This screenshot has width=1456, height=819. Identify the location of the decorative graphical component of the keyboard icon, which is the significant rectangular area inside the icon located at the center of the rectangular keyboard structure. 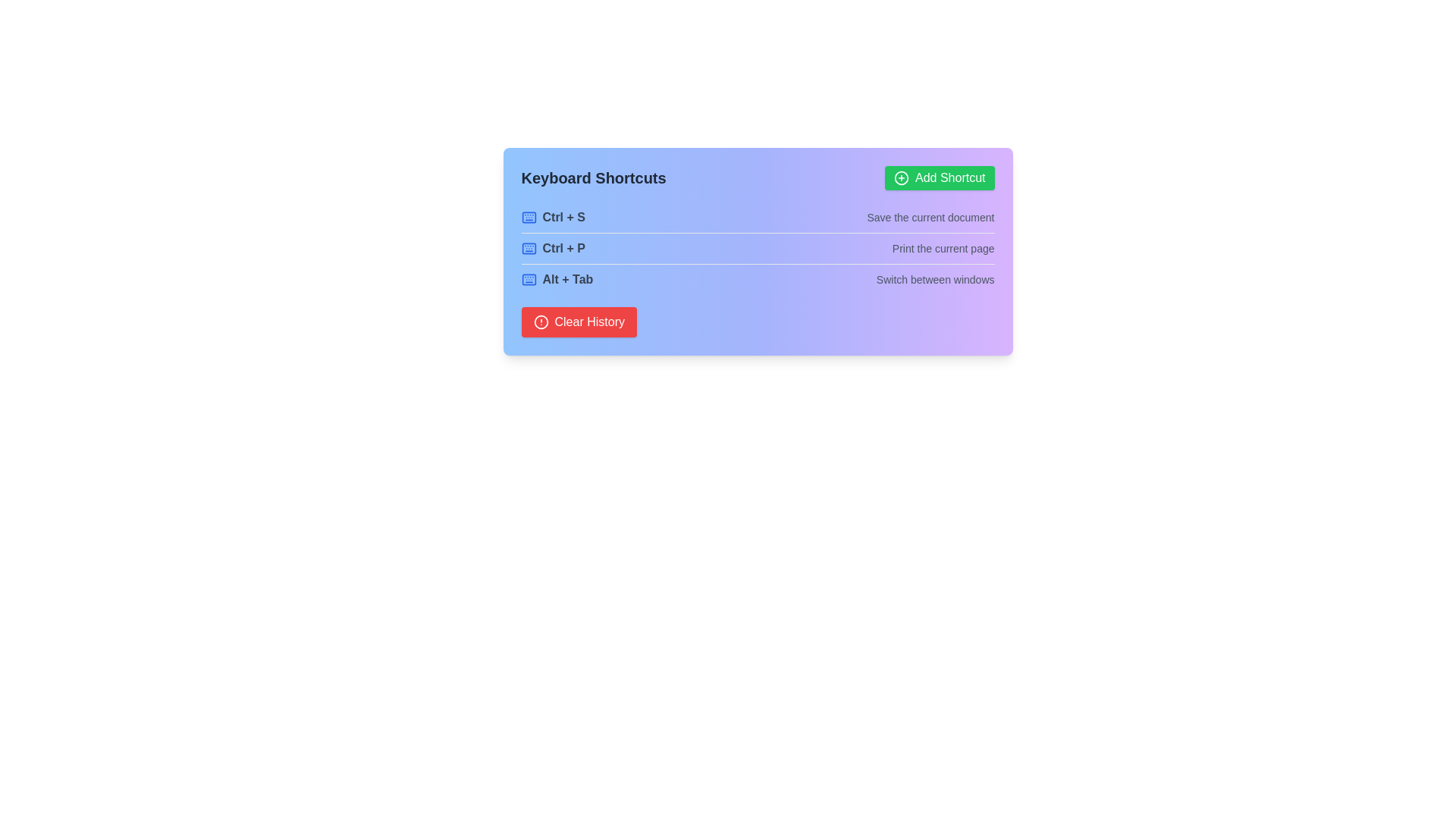
(529, 247).